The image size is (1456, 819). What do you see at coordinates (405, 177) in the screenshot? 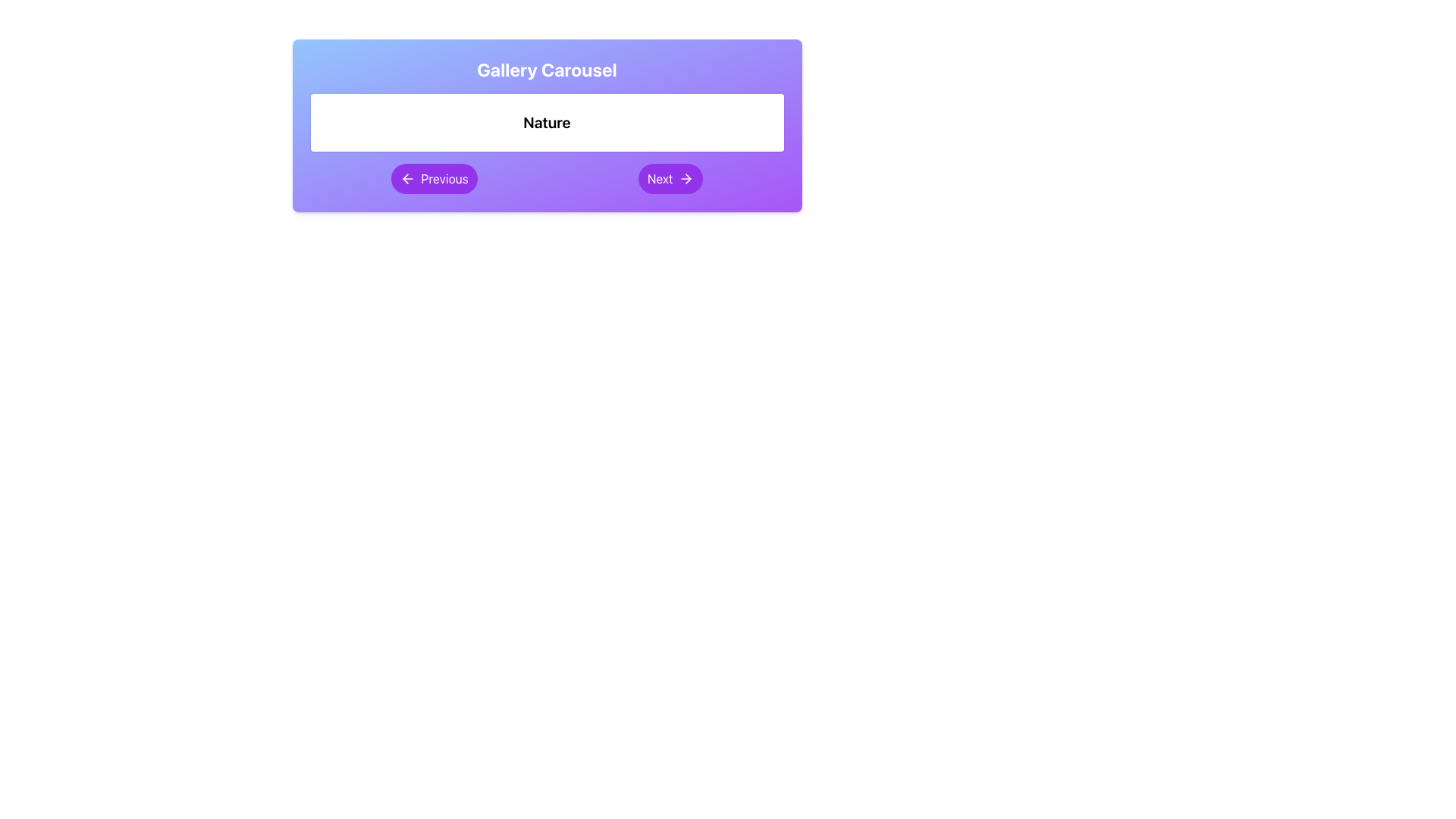
I see `the leftward pointing arrow icon inside the 'Previous' button` at bounding box center [405, 177].